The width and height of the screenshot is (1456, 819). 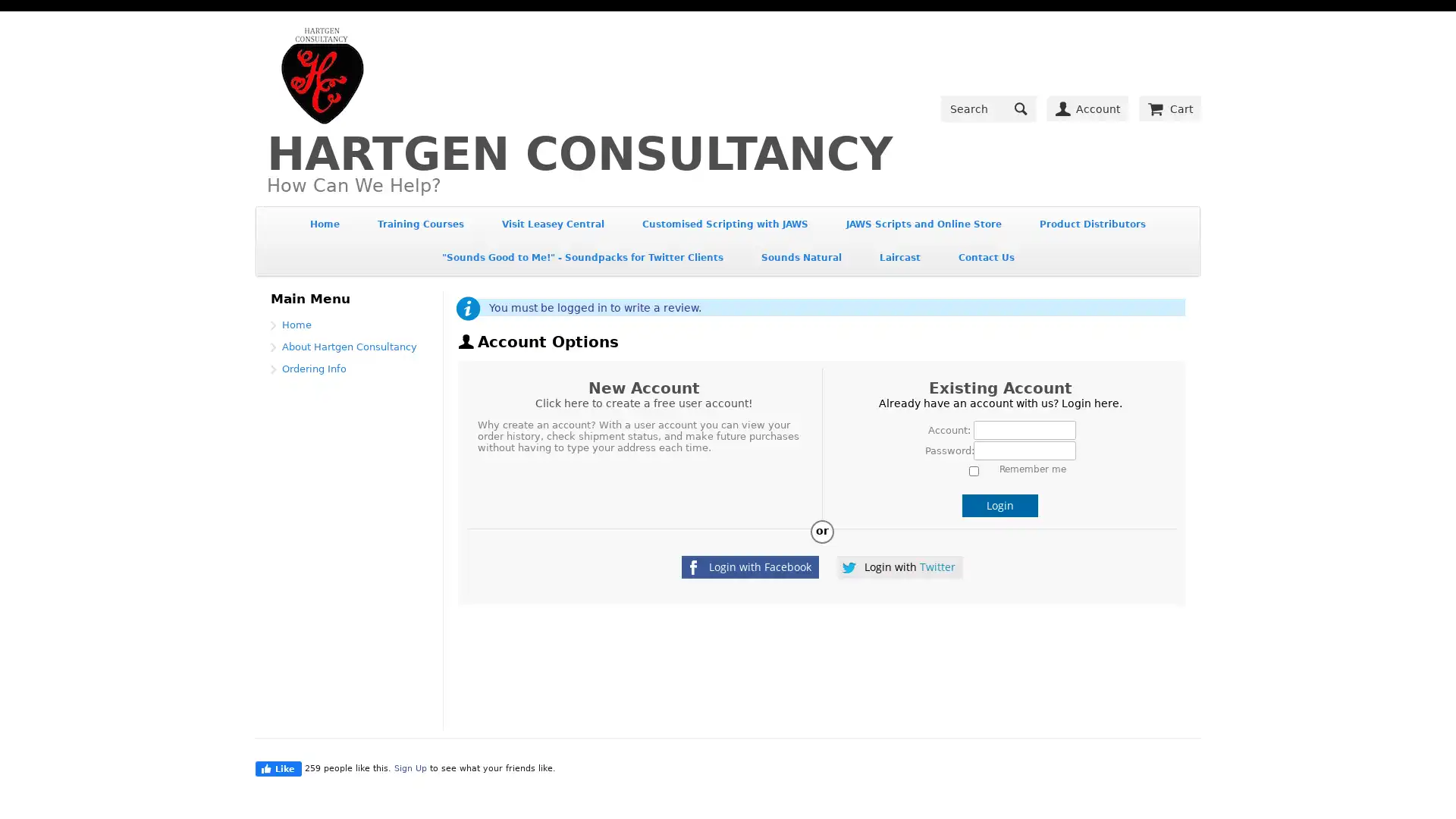 What do you see at coordinates (1000, 505) in the screenshot?
I see `Login` at bounding box center [1000, 505].